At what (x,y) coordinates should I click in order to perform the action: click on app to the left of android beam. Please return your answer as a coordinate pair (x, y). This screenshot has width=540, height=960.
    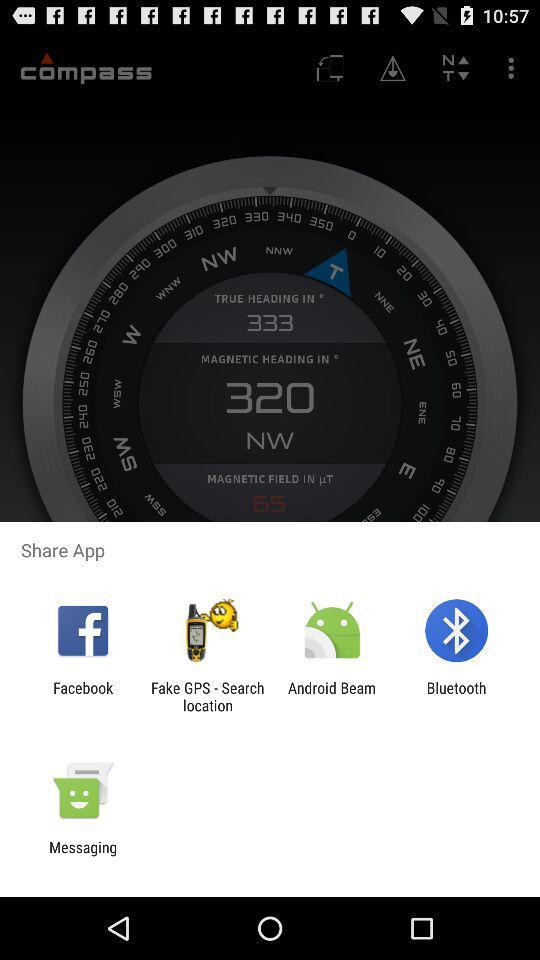
    Looking at the image, I should click on (206, 696).